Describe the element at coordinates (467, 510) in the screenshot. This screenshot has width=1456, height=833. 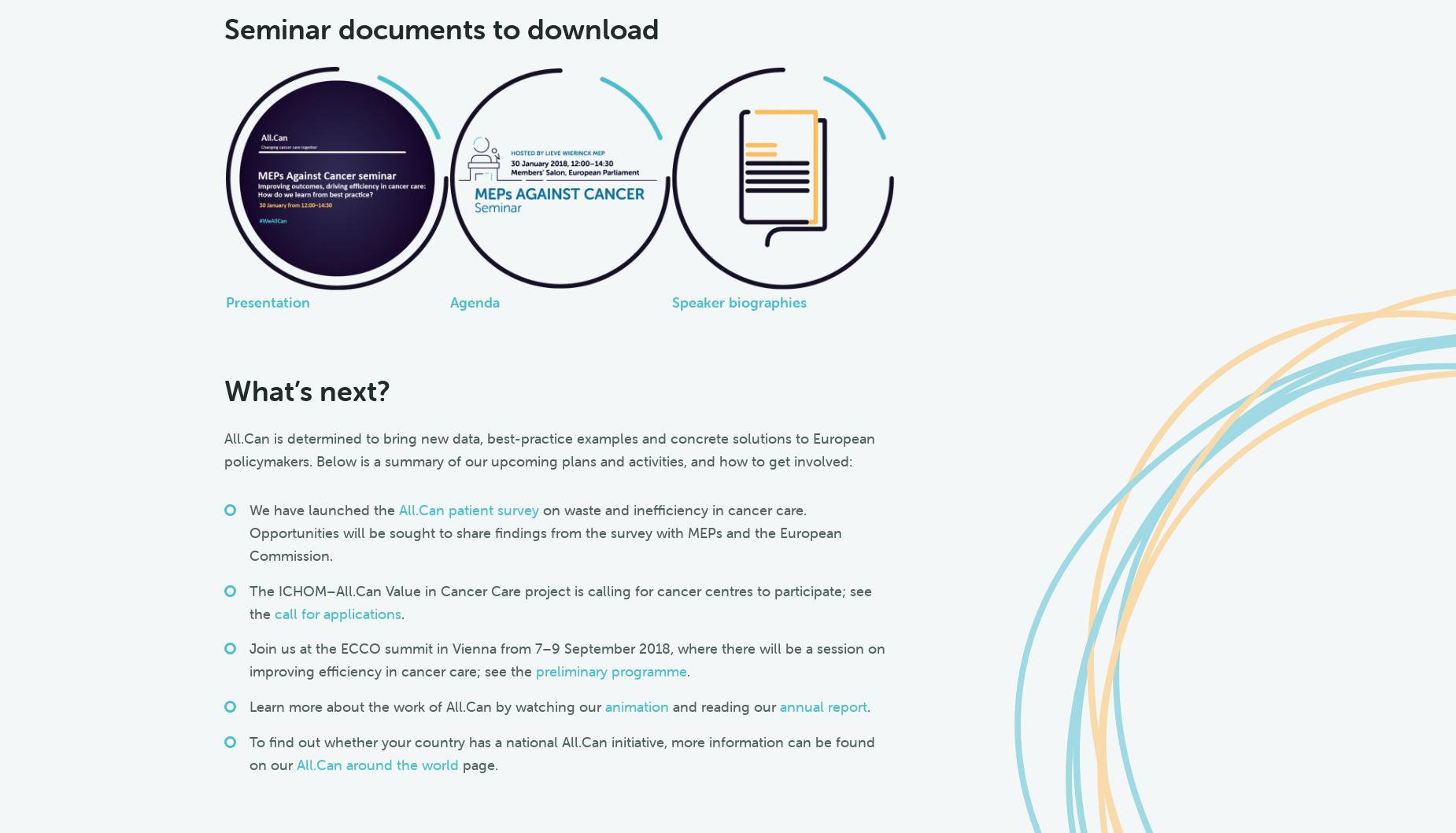
I see `'All.Can patient survey'` at that location.